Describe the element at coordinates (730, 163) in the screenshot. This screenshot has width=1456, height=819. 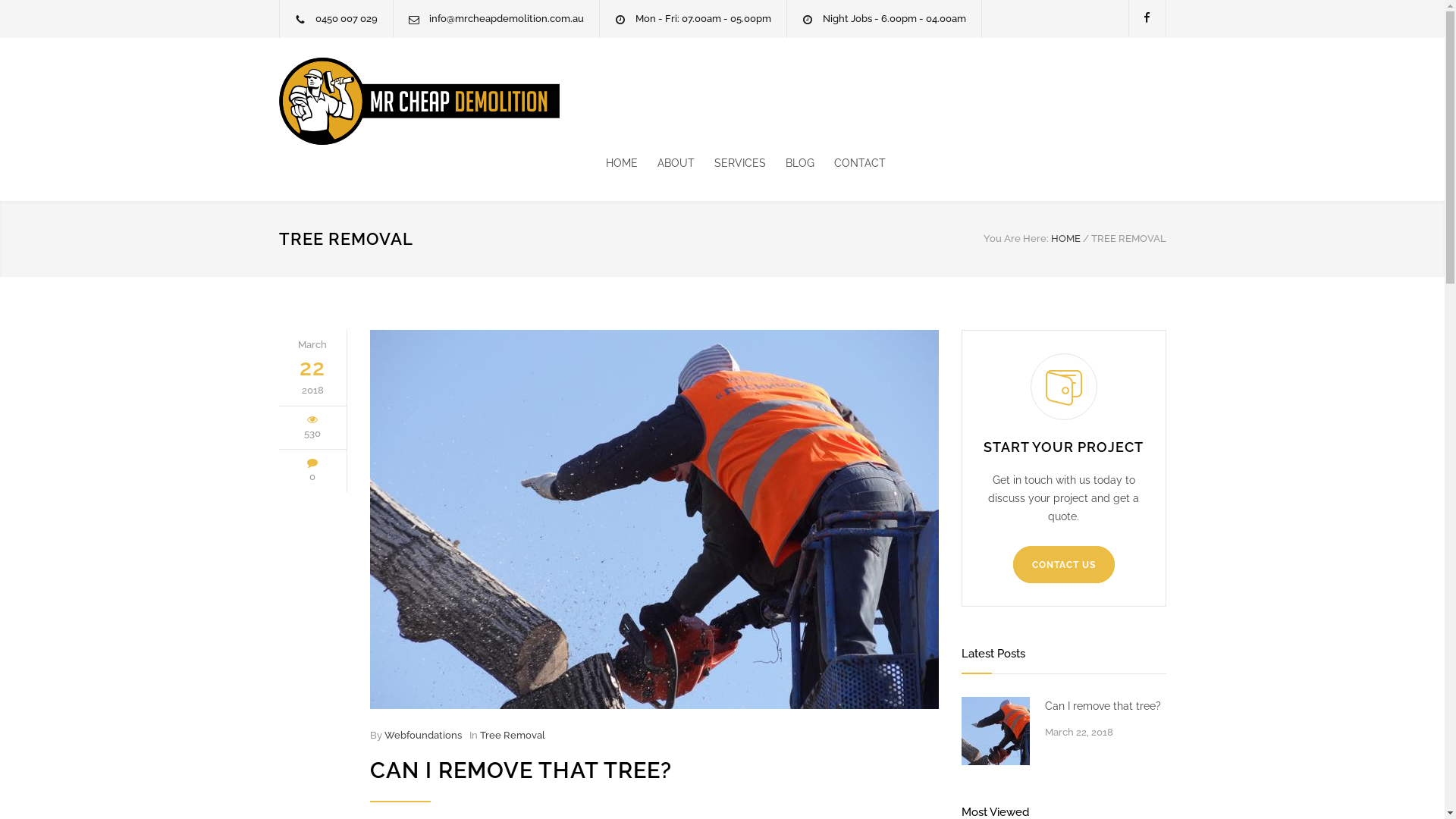
I see `'SERVICES'` at that location.